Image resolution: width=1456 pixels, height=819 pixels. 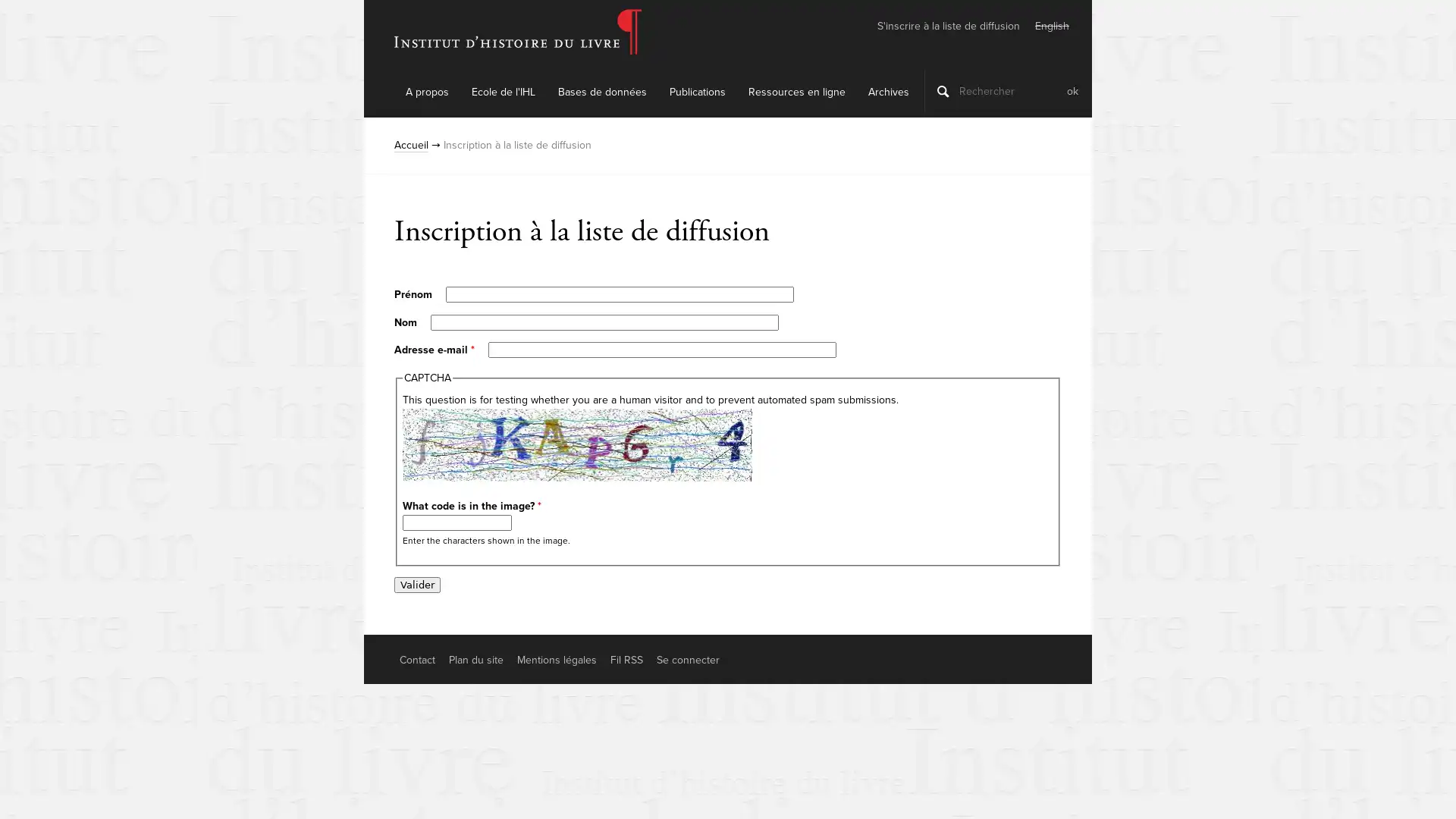 What do you see at coordinates (417, 583) in the screenshot?
I see `Valider` at bounding box center [417, 583].